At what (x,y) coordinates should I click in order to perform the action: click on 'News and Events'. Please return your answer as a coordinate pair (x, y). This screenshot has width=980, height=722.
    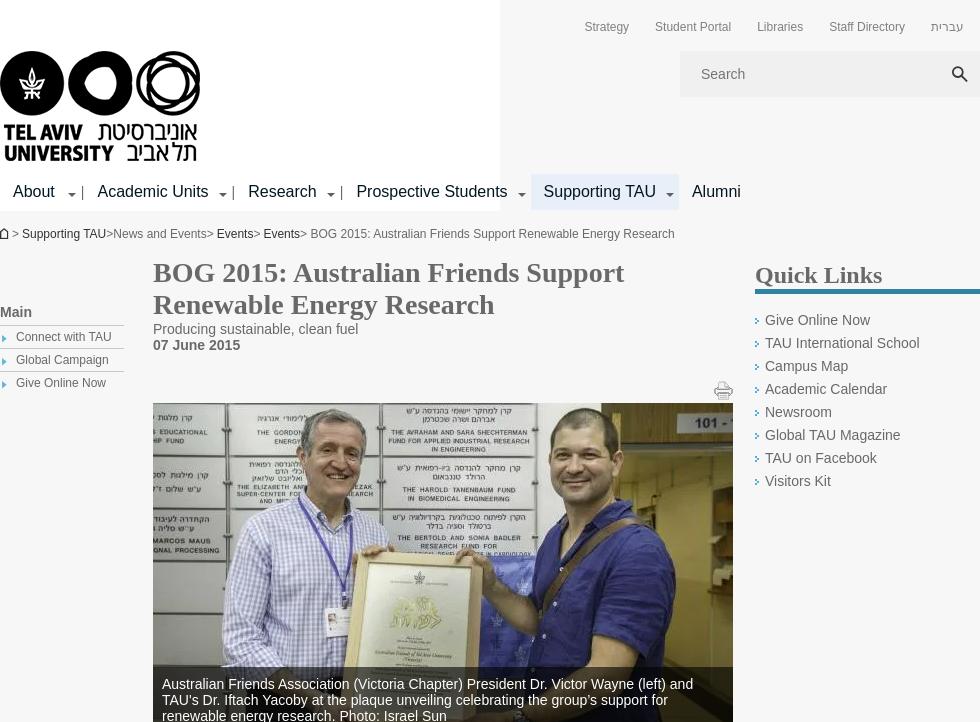
    Looking at the image, I should click on (112, 233).